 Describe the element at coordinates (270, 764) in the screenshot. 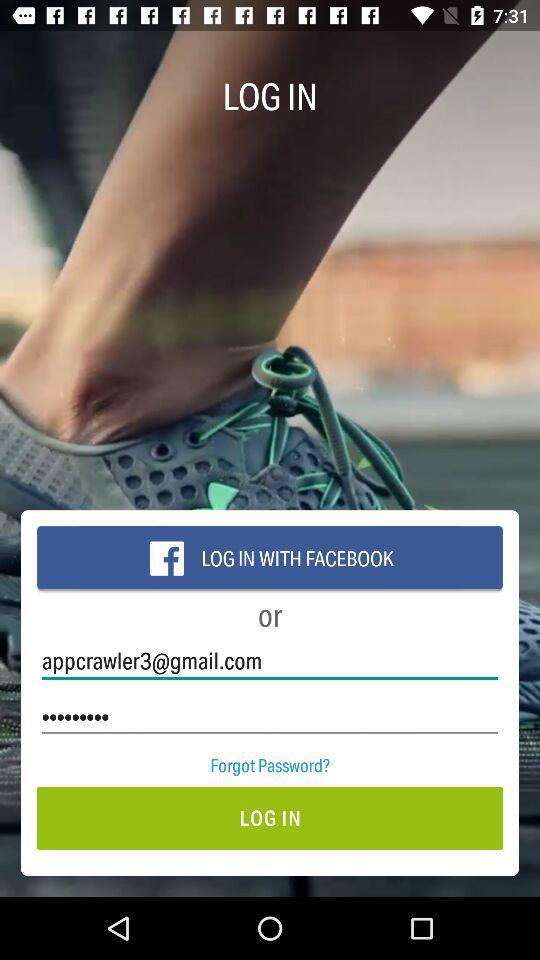

I see `the forgot password? icon` at that location.